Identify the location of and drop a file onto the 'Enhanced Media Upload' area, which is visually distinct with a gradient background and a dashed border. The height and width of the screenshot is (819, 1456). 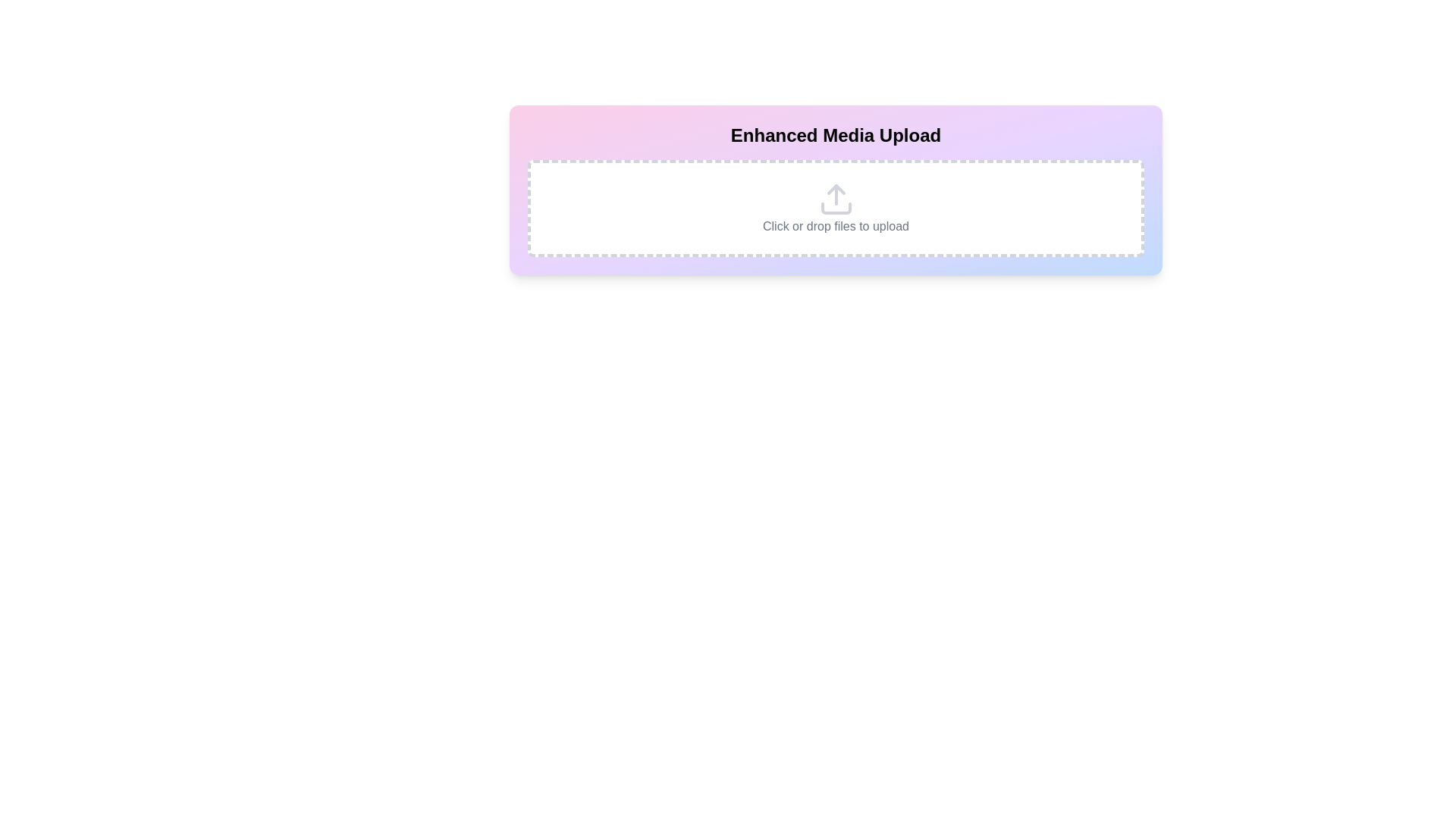
(835, 189).